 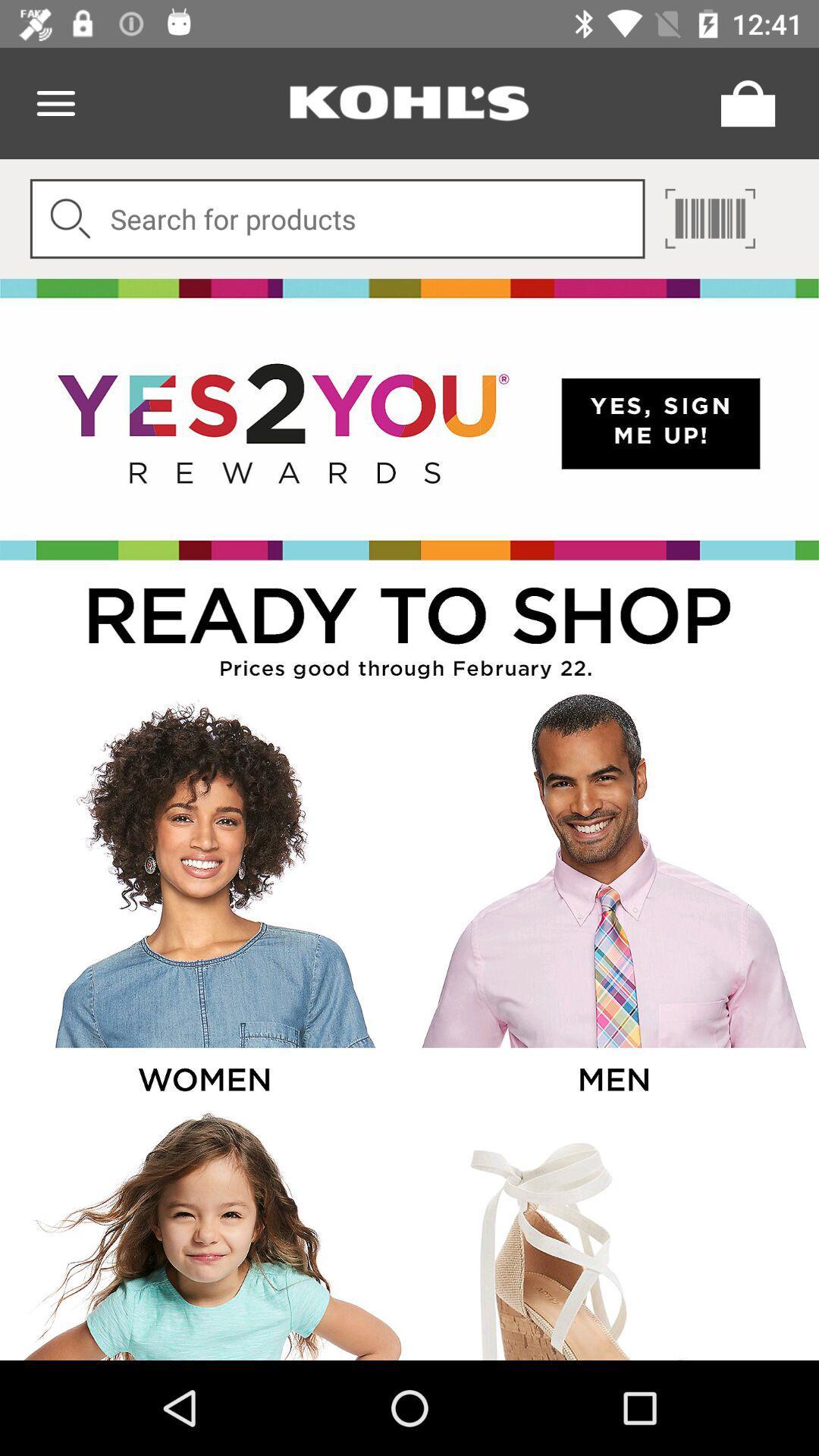 What do you see at coordinates (55, 102) in the screenshot?
I see `the menu icon` at bounding box center [55, 102].